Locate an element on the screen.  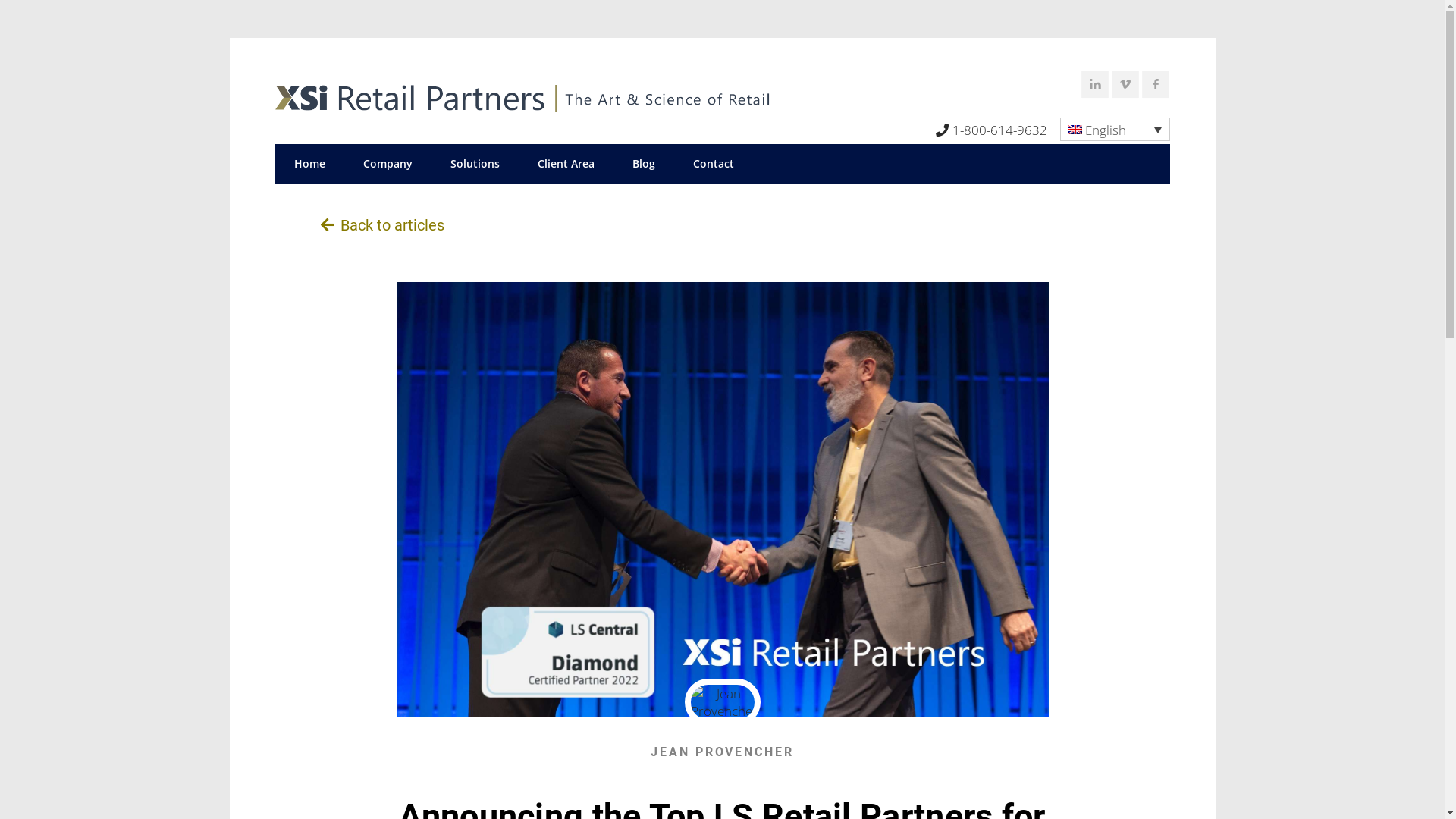
'Vimeo' is located at coordinates (1128, 86).